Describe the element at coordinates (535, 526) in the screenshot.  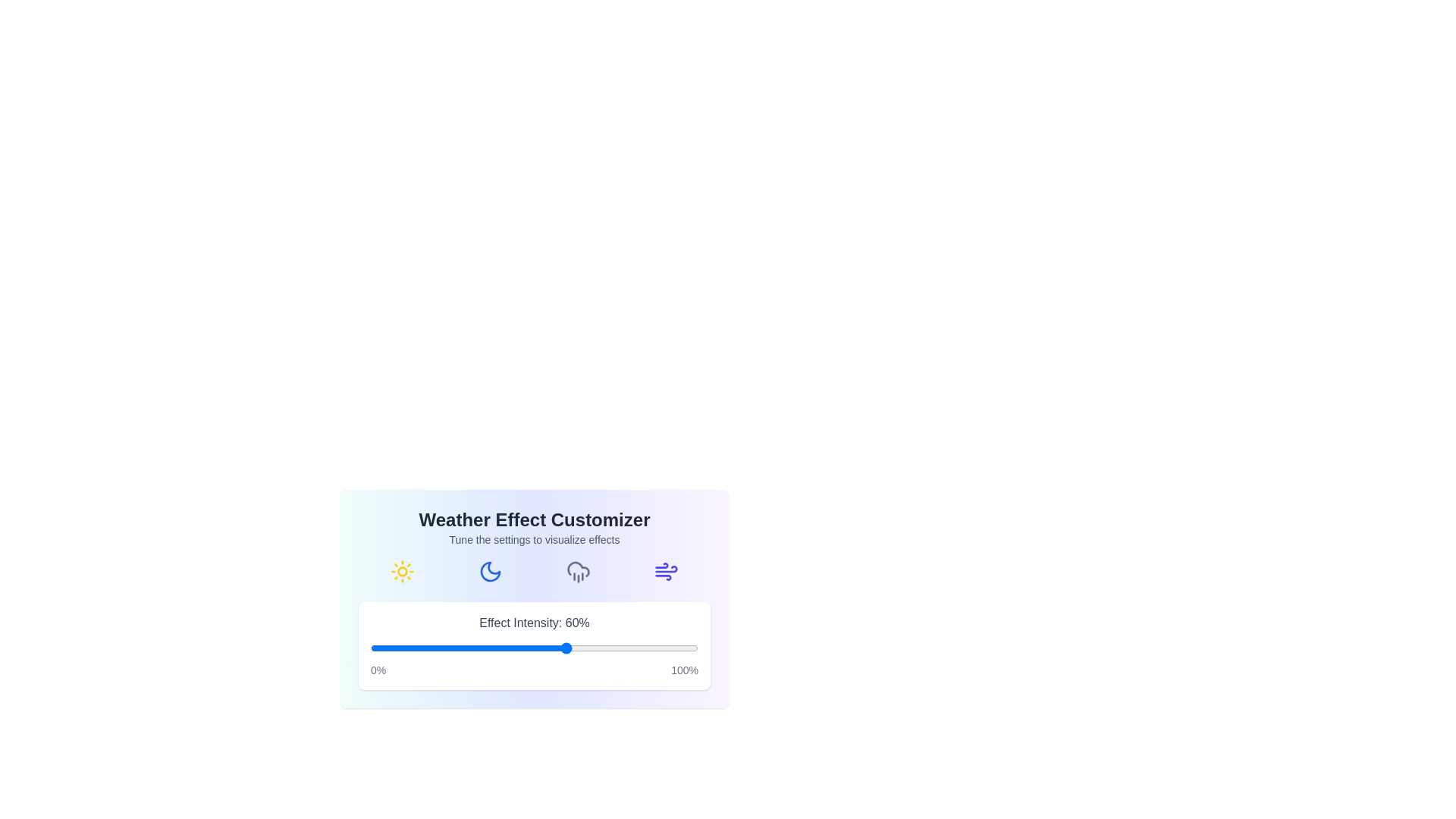
I see `the Text block that serves as the title and subtitle for the 'Weather Effect Customizer' interface, located at the top of the card-like section` at that location.